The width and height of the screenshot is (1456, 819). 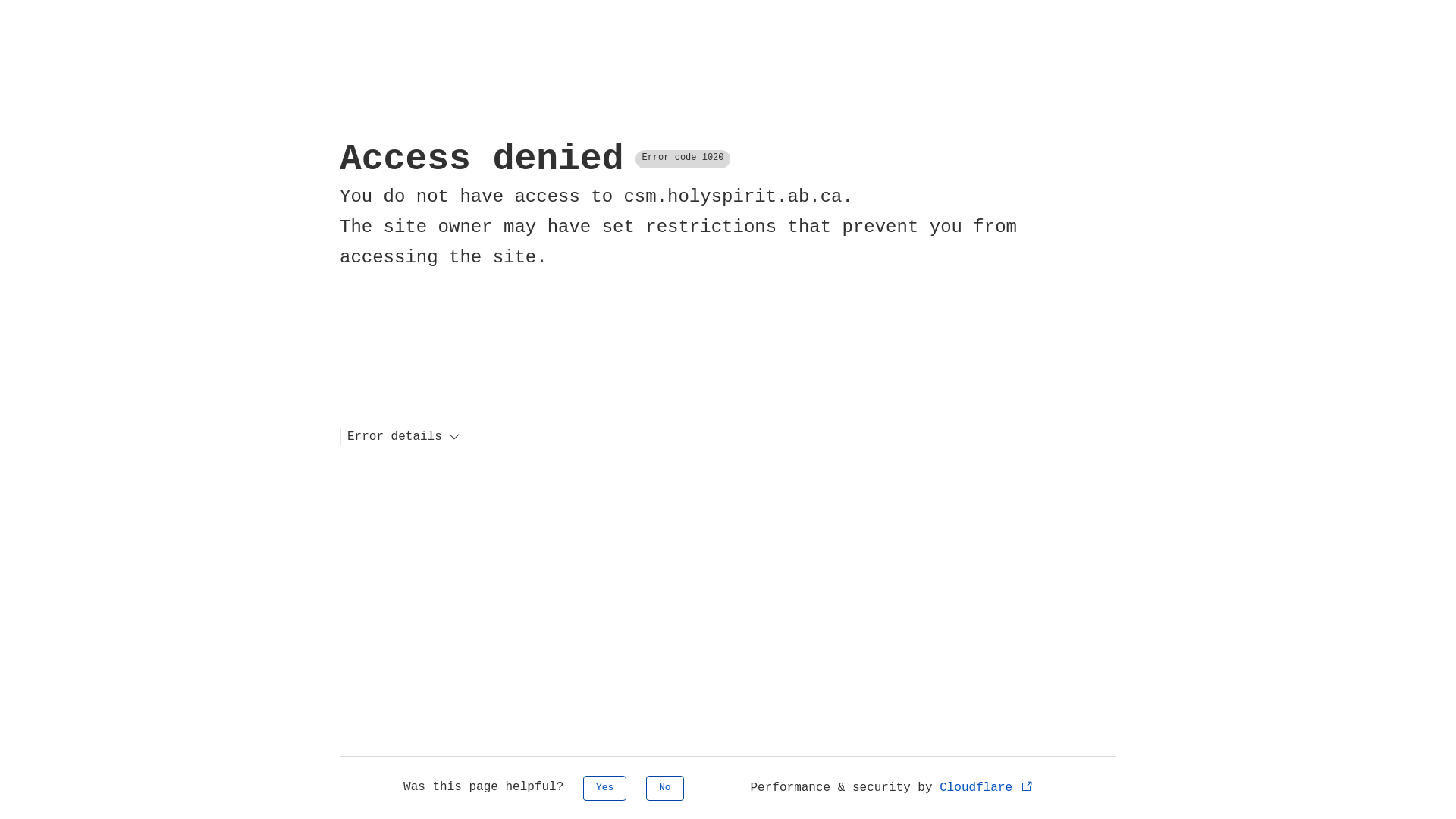 I want to click on 'No', so click(x=665, y=787).